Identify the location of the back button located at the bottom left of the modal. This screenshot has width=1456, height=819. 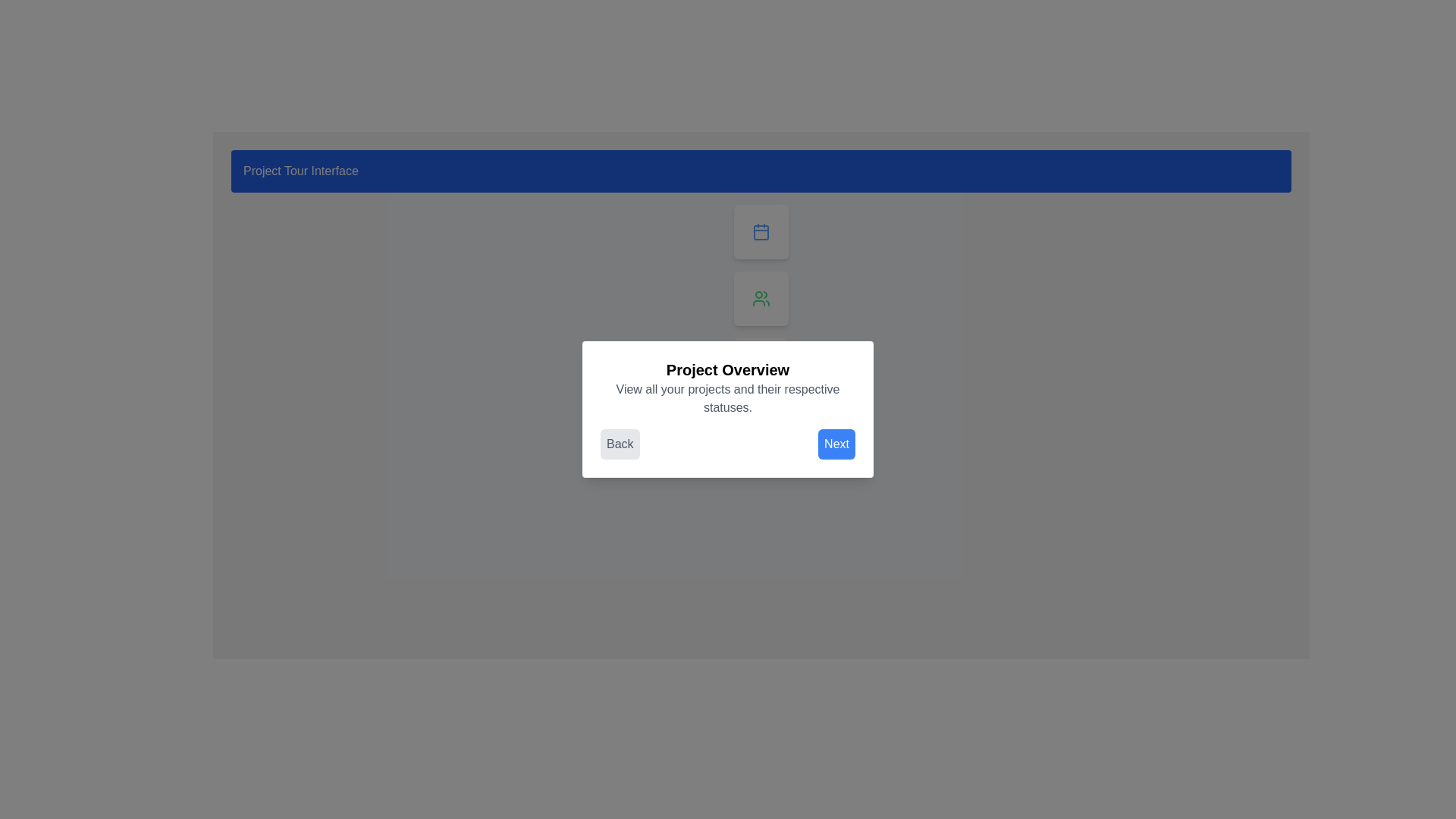
(620, 444).